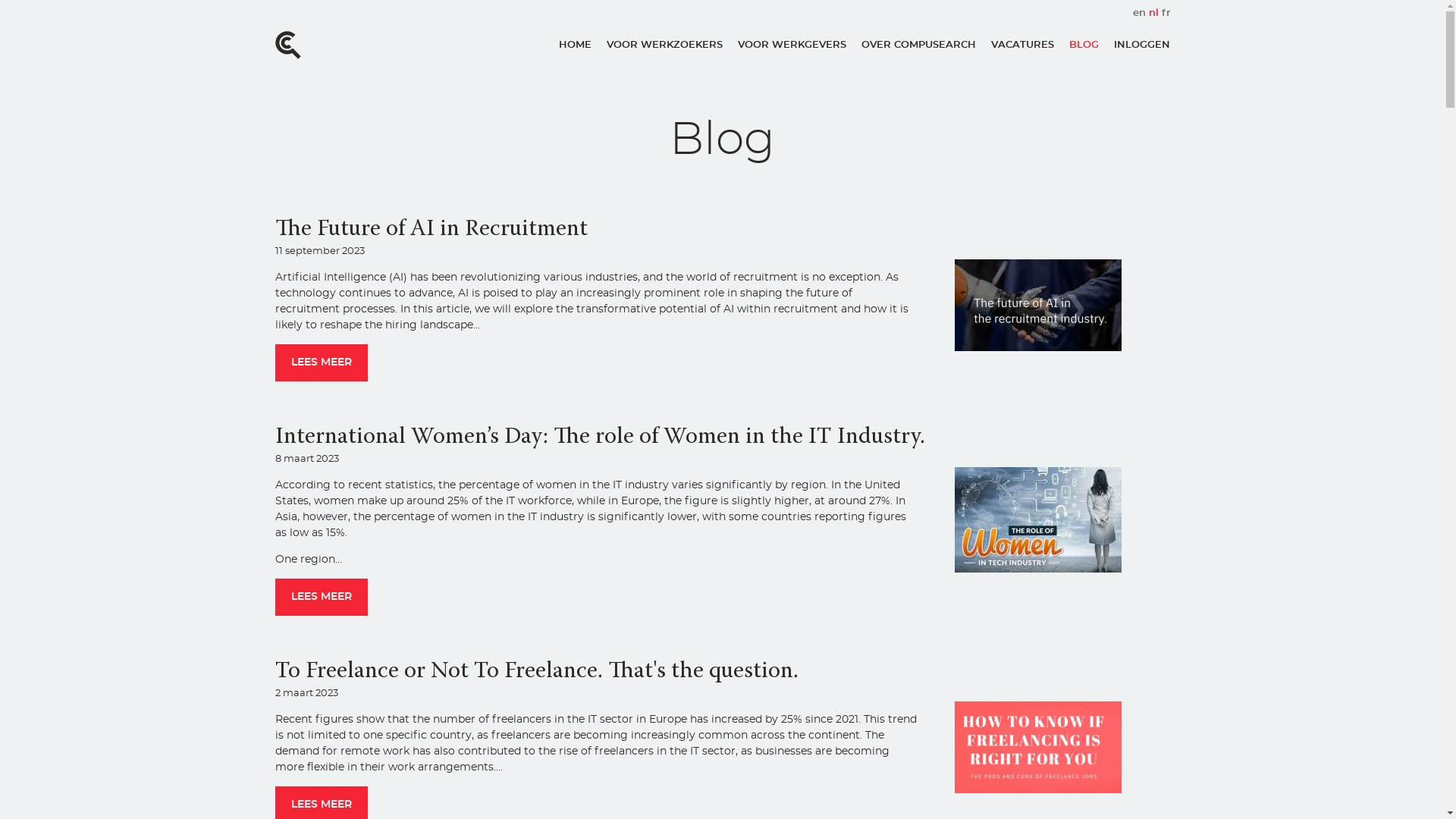 The image size is (1456, 819). What do you see at coordinates (1165, 12) in the screenshot?
I see `'fr'` at bounding box center [1165, 12].